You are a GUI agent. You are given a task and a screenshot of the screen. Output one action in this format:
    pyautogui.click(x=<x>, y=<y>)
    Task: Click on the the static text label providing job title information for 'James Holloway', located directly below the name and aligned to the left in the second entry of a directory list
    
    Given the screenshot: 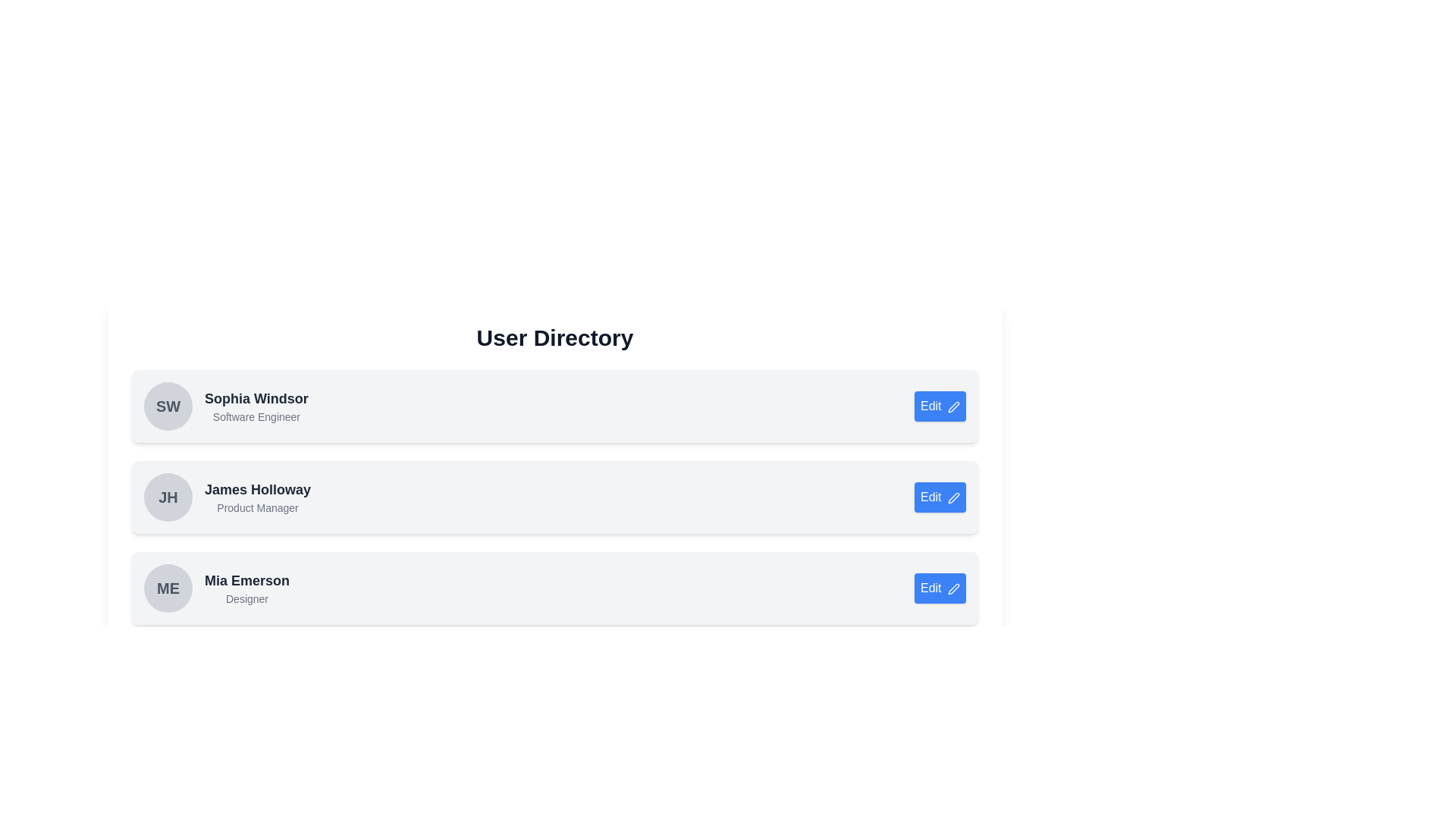 What is the action you would take?
    pyautogui.click(x=258, y=508)
    